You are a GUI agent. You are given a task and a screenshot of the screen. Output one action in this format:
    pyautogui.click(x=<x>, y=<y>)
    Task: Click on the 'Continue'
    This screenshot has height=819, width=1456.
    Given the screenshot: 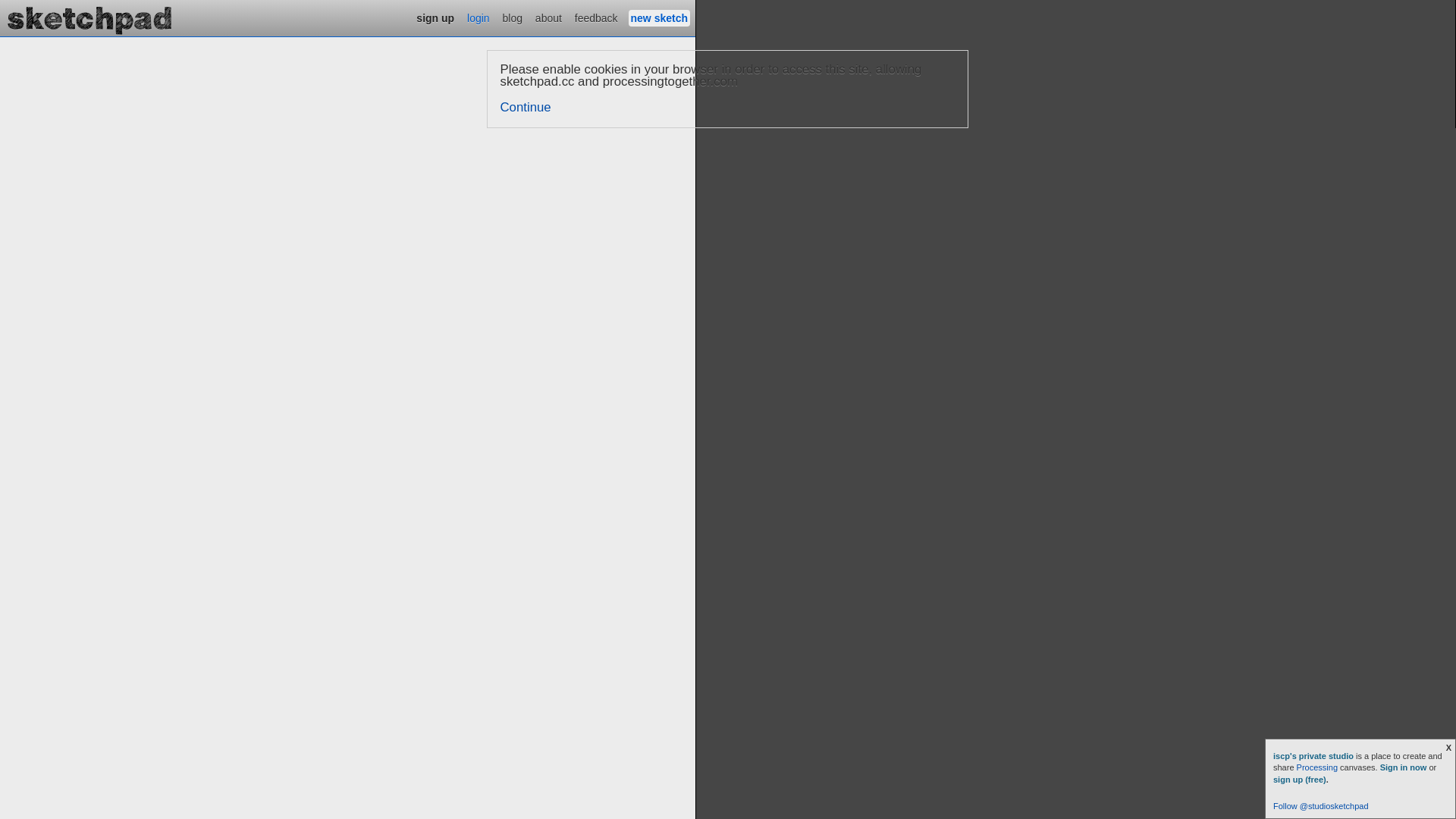 What is the action you would take?
    pyautogui.click(x=500, y=106)
    